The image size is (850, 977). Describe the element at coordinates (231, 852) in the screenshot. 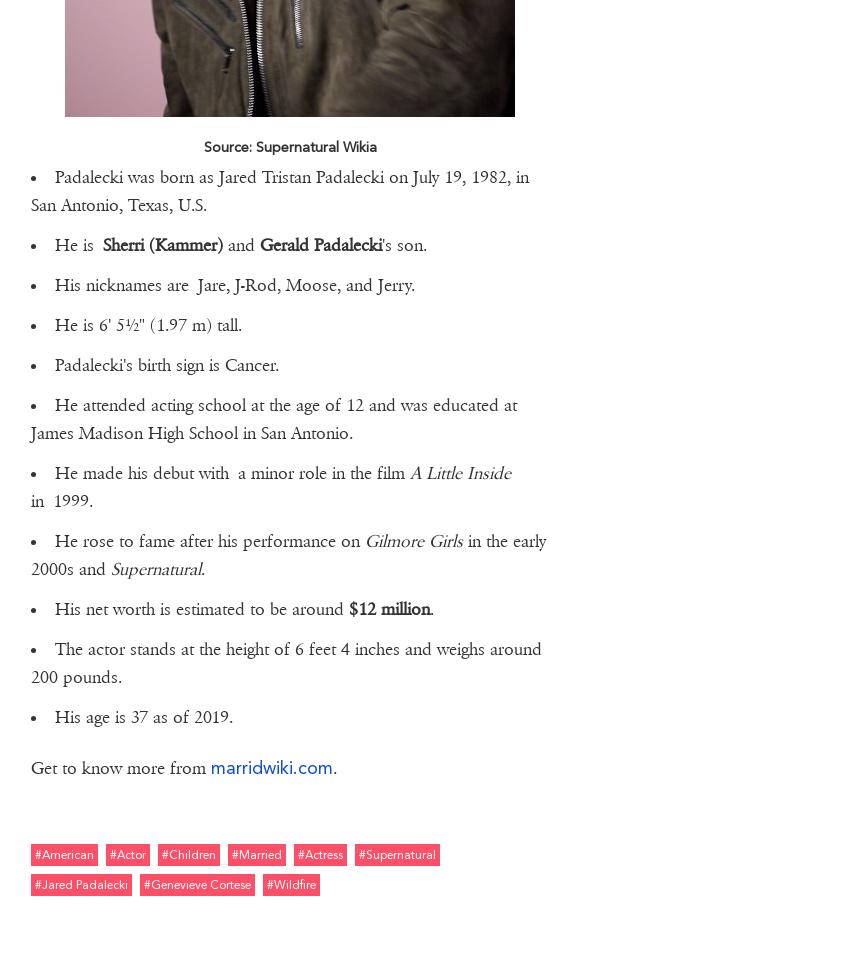

I see `'#married'` at that location.